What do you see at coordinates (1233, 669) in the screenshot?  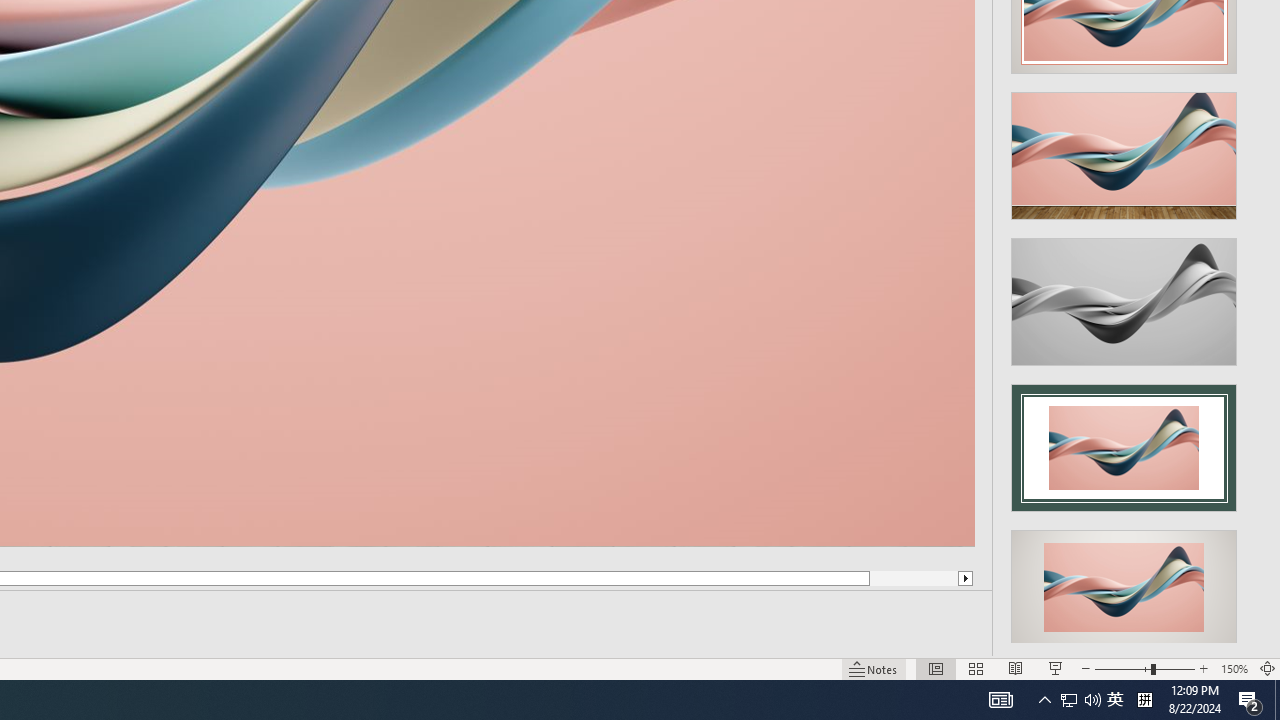 I see `'Zoom 150%'` at bounding box center [1233, 669].